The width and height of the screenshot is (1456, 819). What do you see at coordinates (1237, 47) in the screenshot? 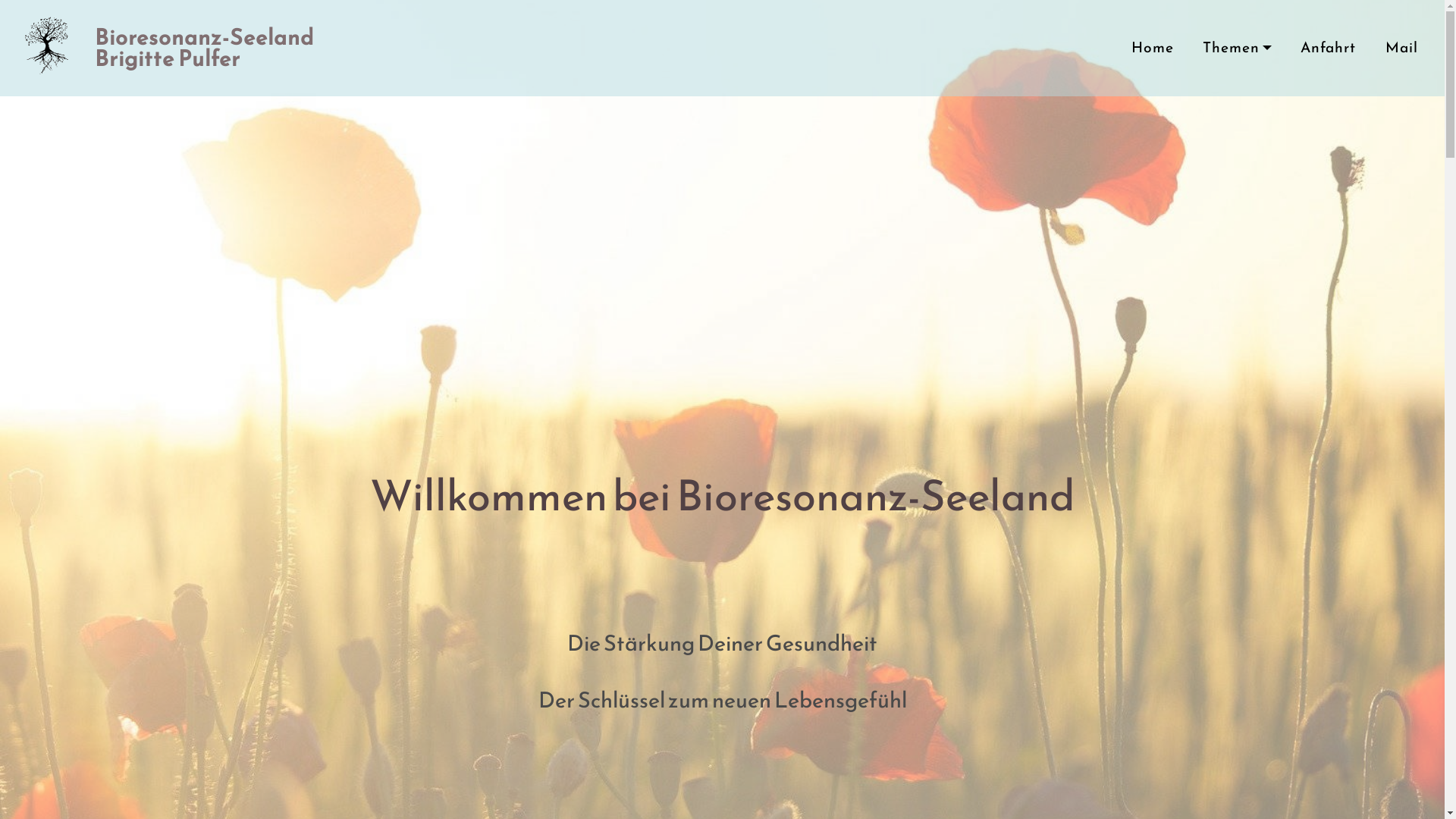
I see `'Themen'` at bounding box center [1237, 47].